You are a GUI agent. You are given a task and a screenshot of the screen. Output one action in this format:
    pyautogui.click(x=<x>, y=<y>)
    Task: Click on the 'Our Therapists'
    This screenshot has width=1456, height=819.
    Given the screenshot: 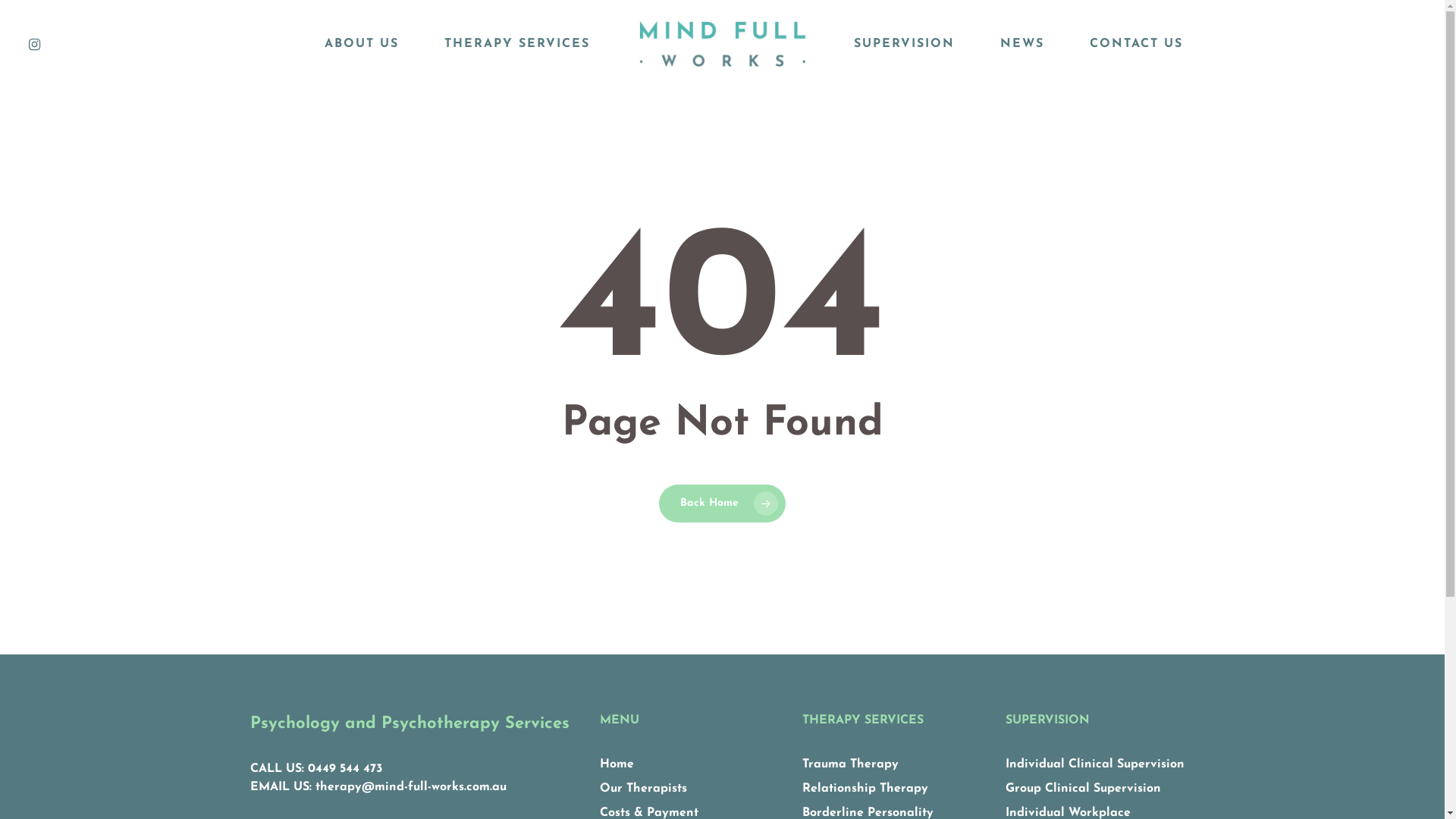 What is the action you would take?
    pyautogui.click(x=643, y=788)
    